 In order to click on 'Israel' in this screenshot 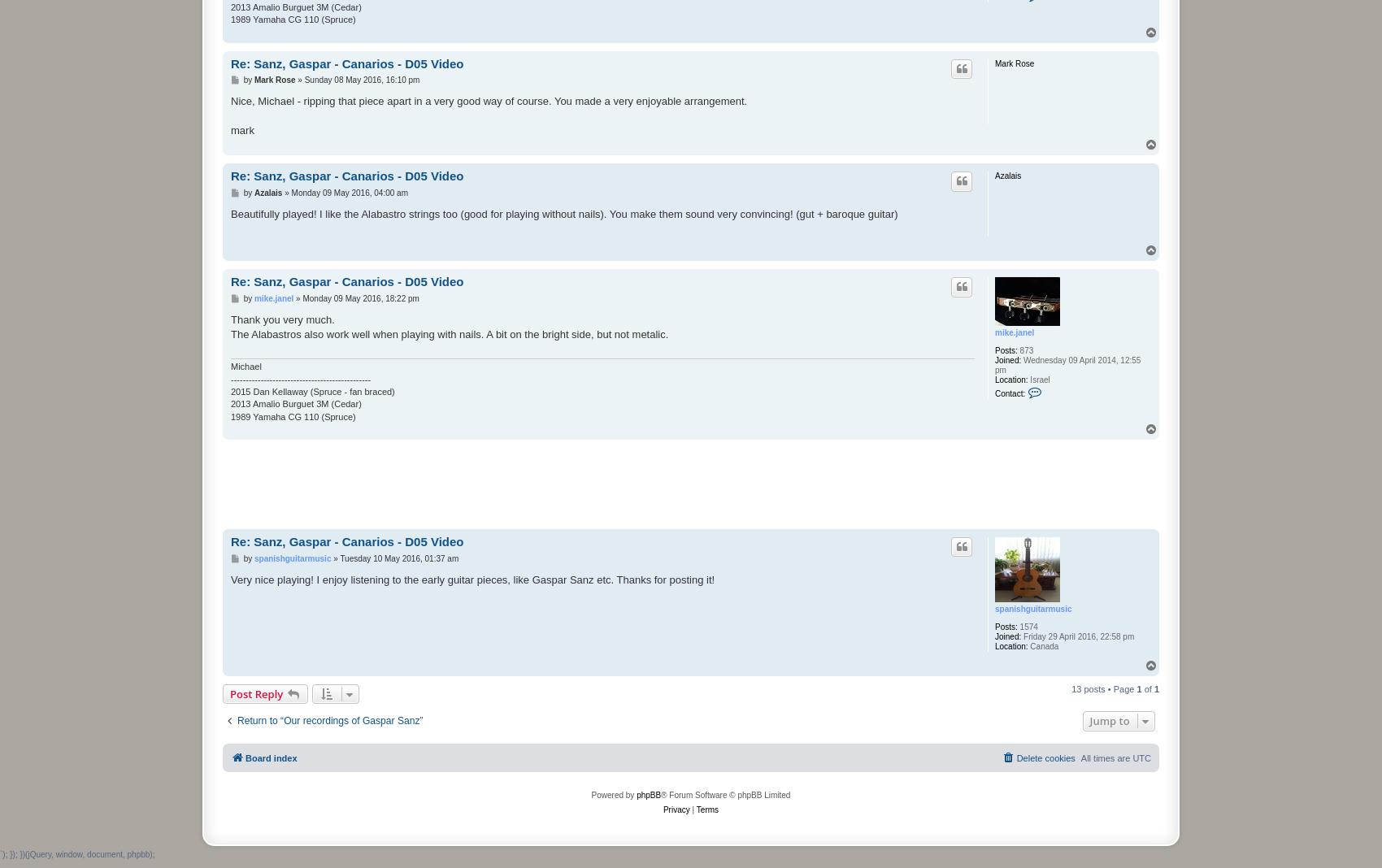, I will do `click(1038, 380)`.